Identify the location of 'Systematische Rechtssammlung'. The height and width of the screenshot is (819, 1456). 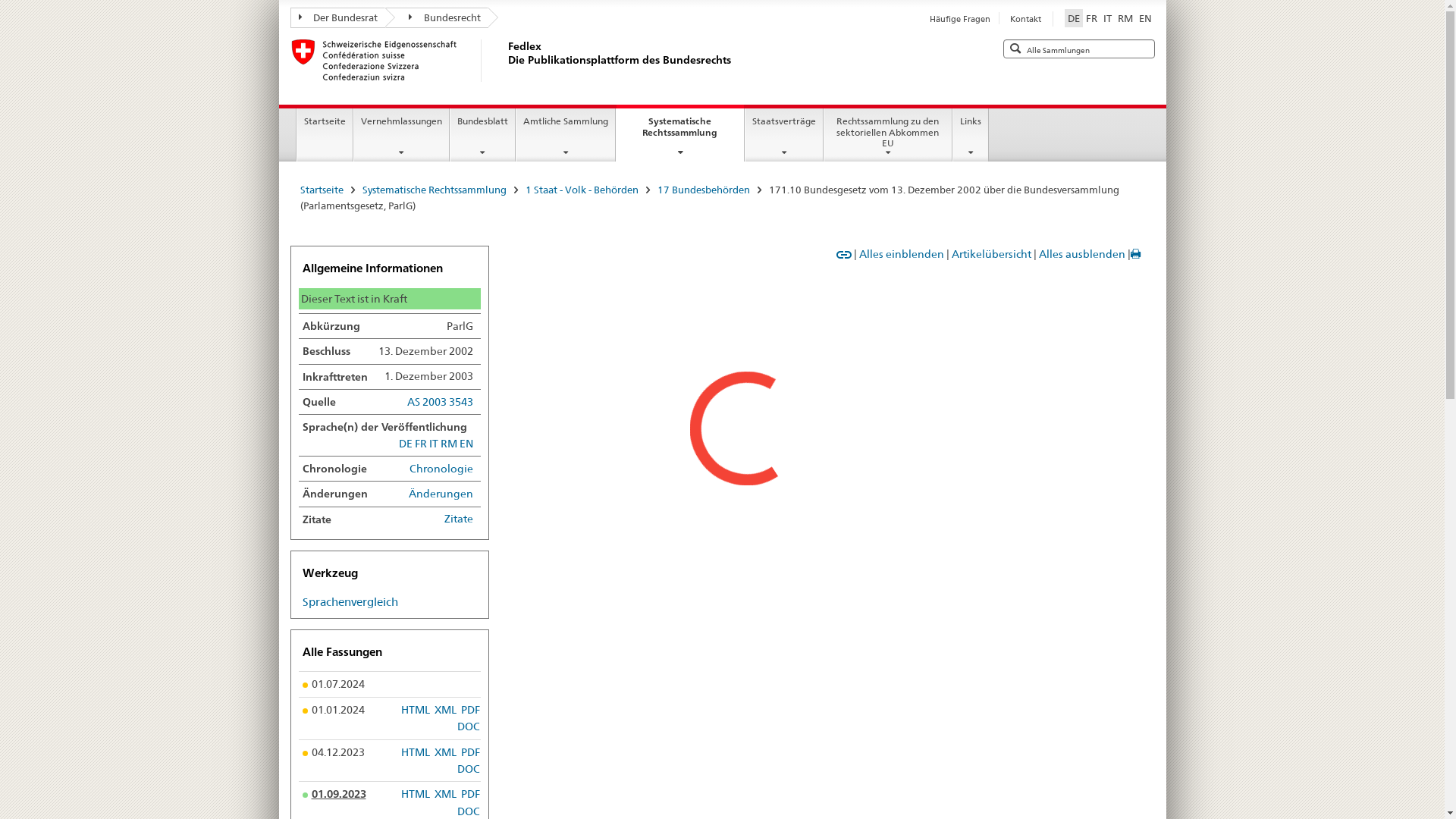
(433, 189).